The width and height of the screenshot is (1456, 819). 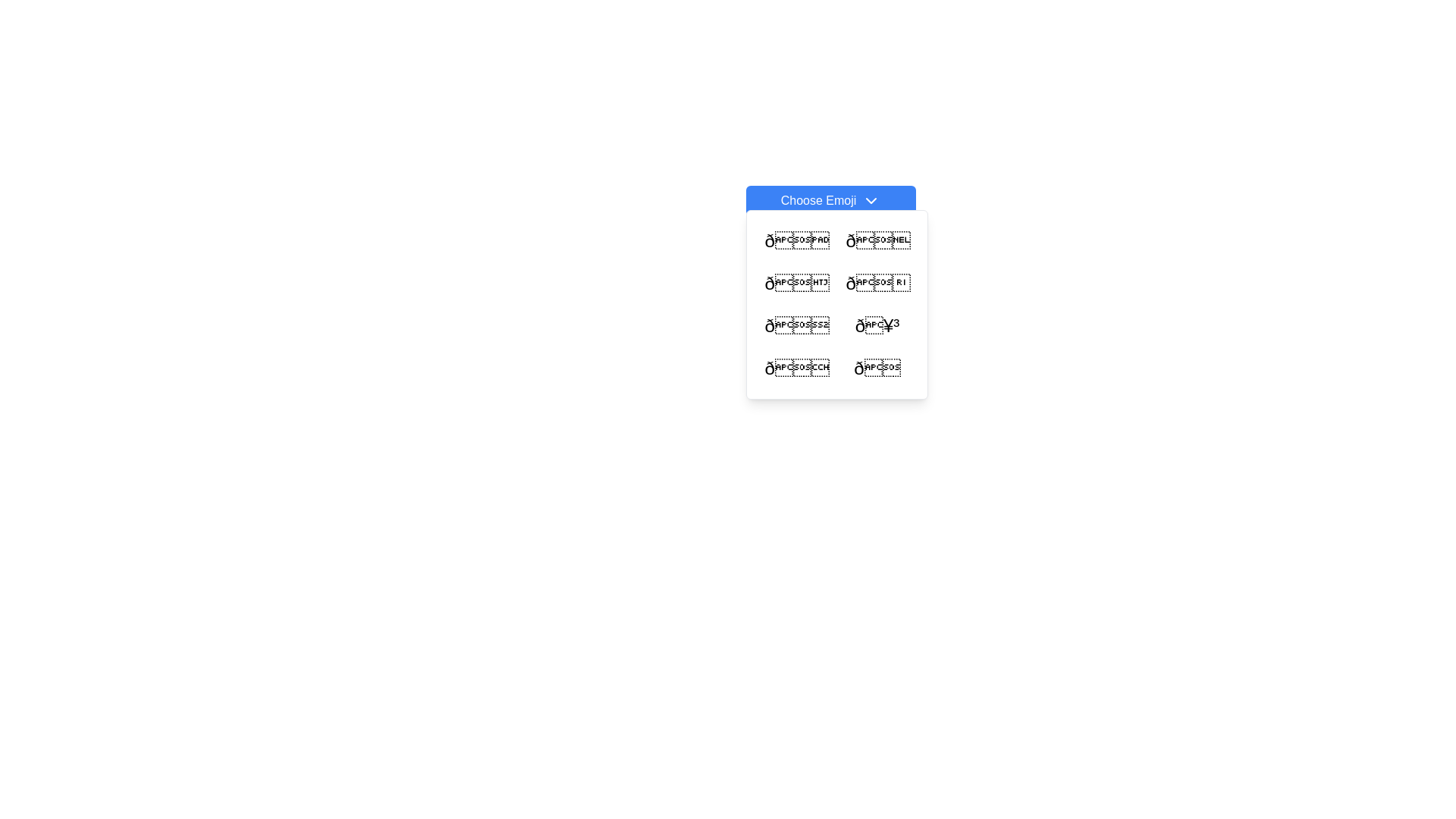 What do you see at coordinates (877, 369) in the screenshot?
I see `the crying face emoji located at the bottom-right corner of the emoji grid` at bounding box center [877, 369].